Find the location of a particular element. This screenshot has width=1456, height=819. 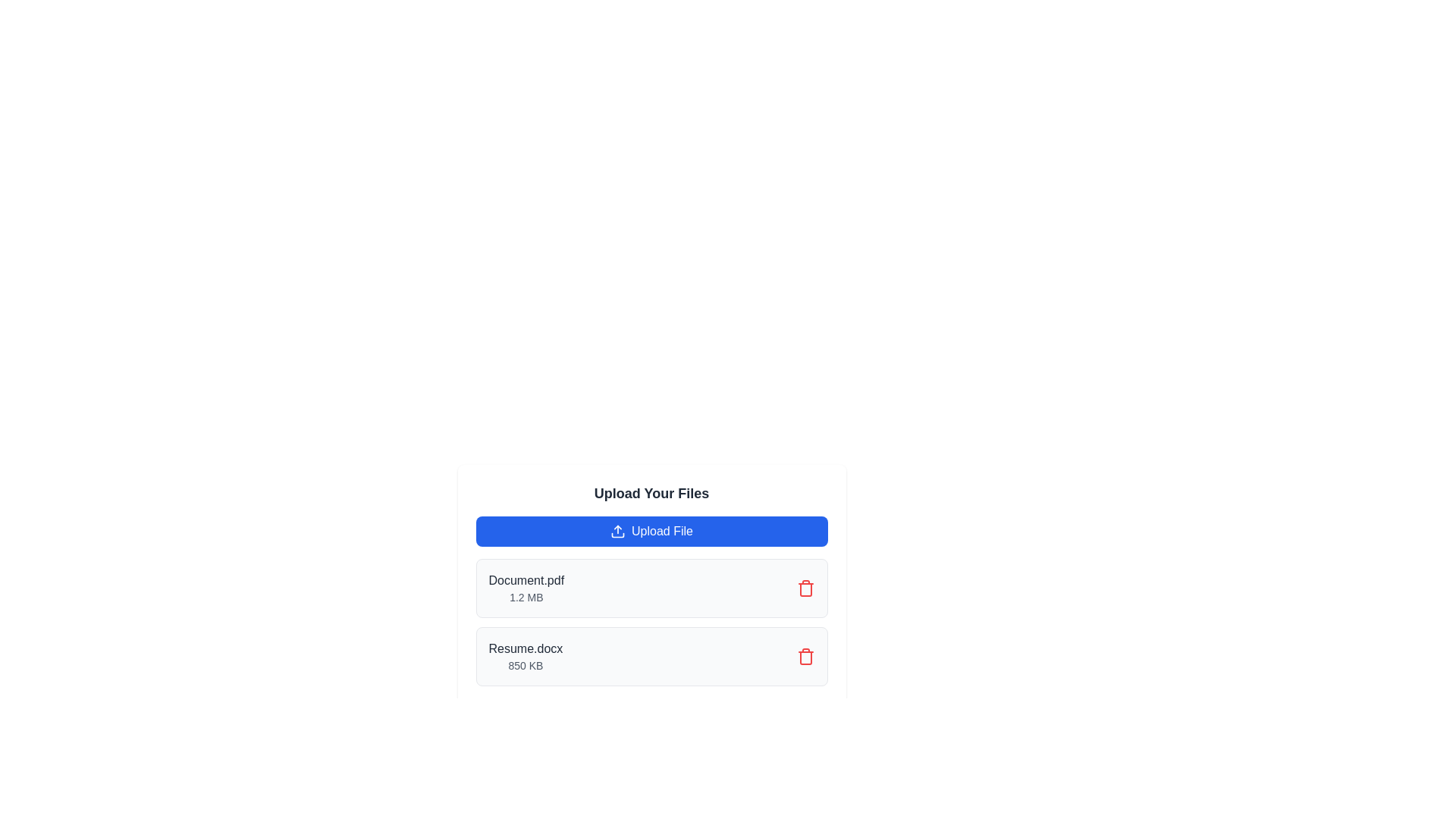

the first file entry in the list of uploaded files, which is located directly beneath the 'Upload File' button and above 'Resume.docx 850 KB' is located at coordinates (651, 587).